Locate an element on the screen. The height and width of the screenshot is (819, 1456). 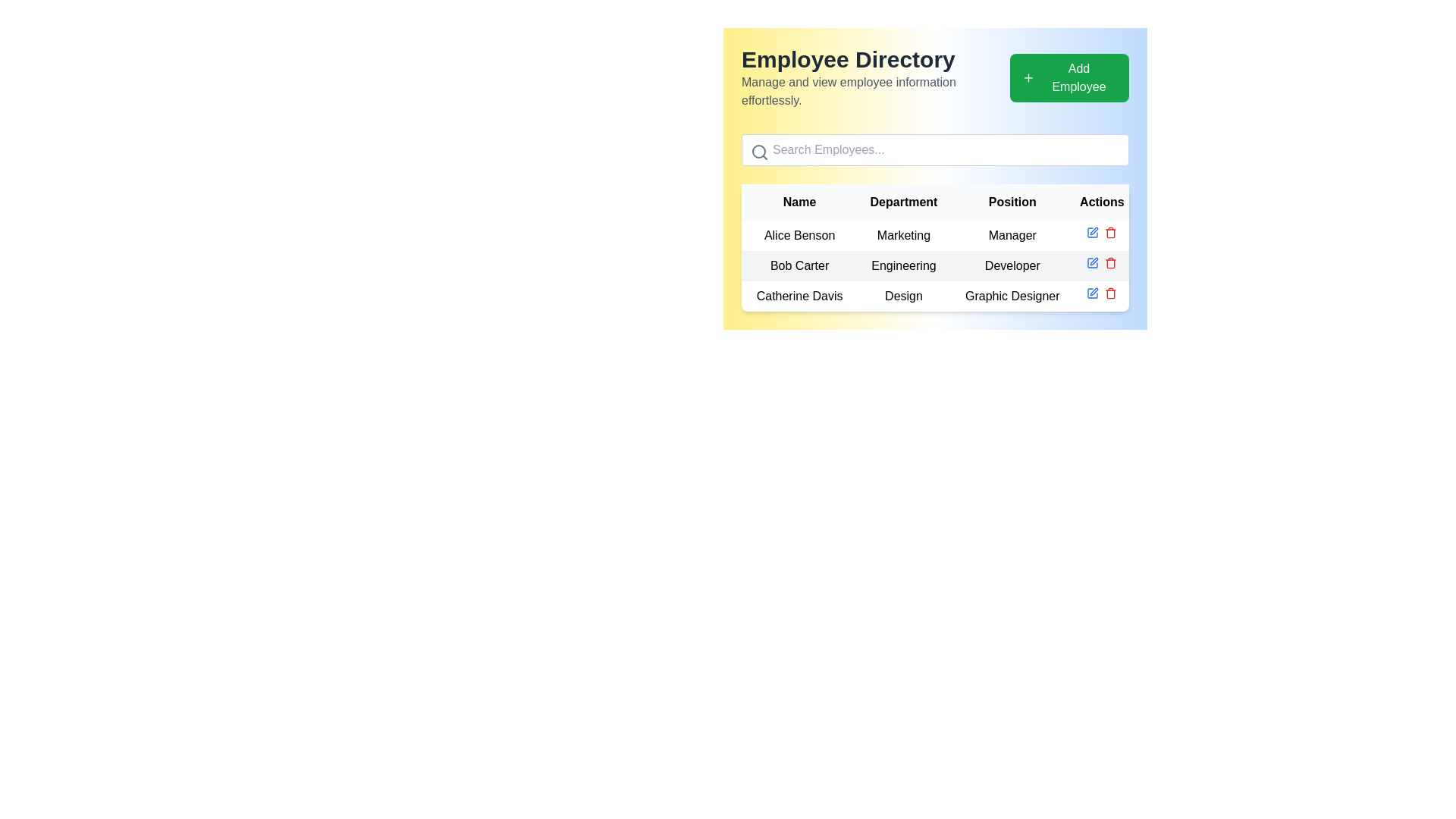
the Header or Title Text element, which serves as the main header indicating the content of the interface above the subtitle 'Manage and view employee information effortlessly.' is located at coordinates (875, 58).